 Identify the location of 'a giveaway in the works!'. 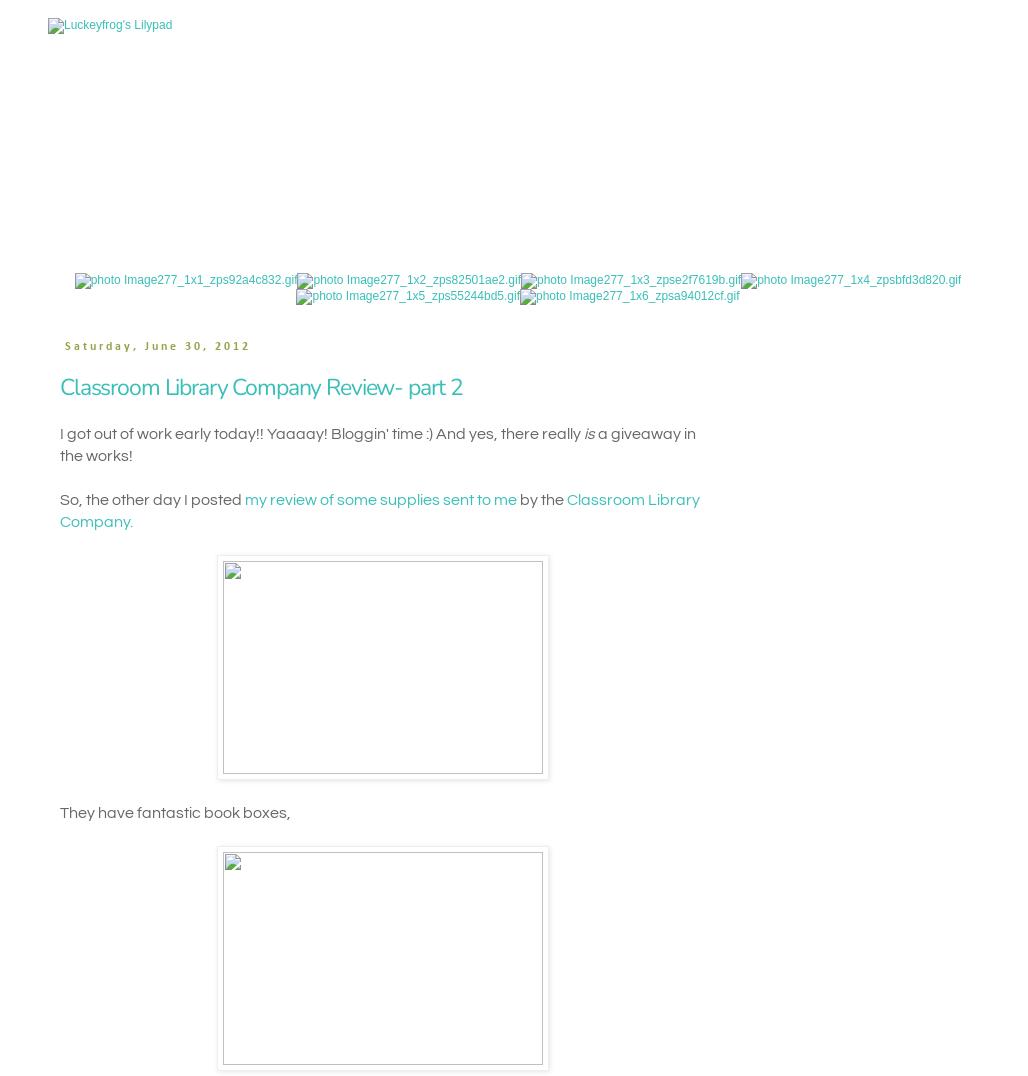
(376, 445).